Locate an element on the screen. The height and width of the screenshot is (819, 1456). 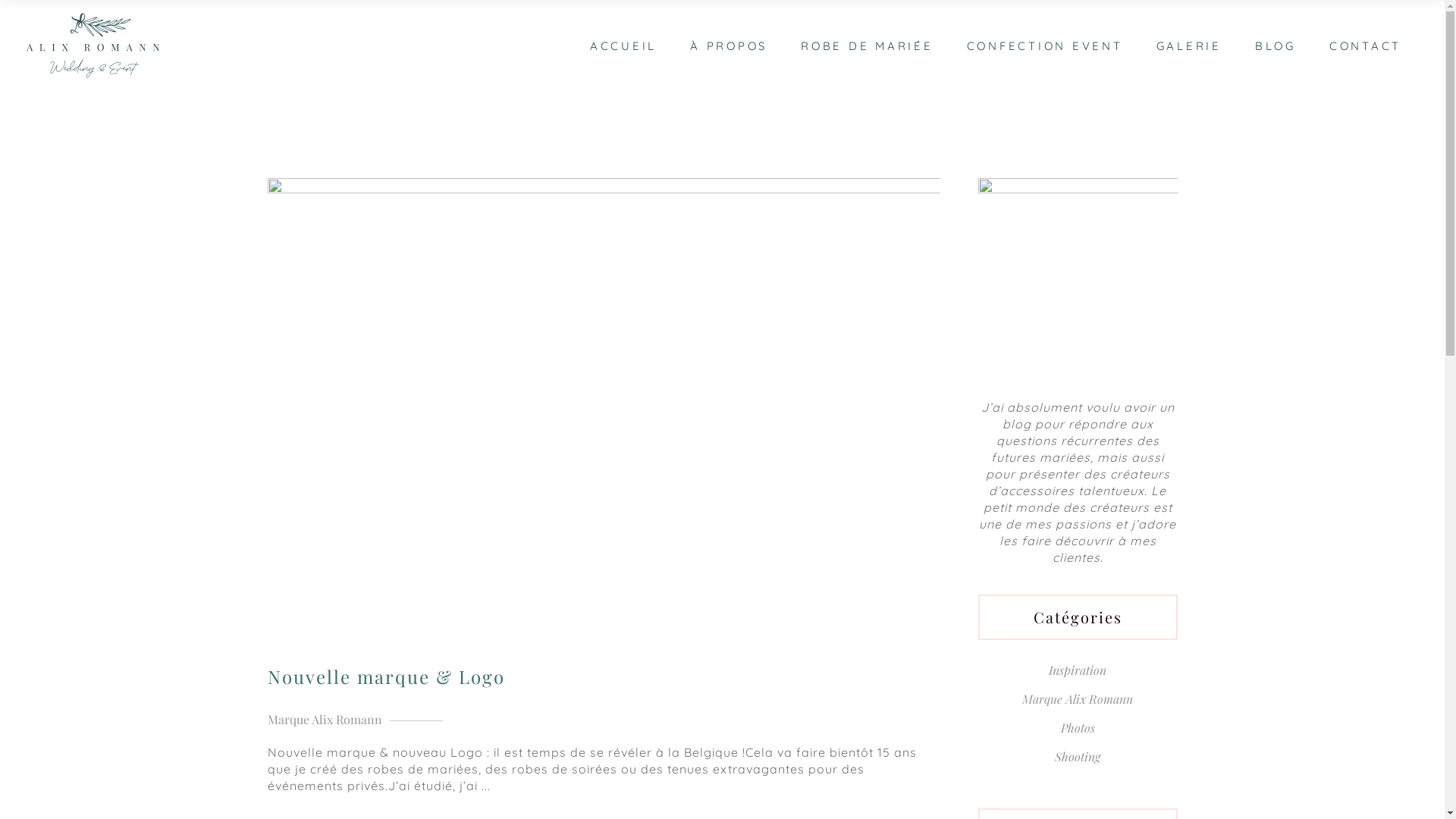
'BLOG' is located at coordinates (1274, 45).